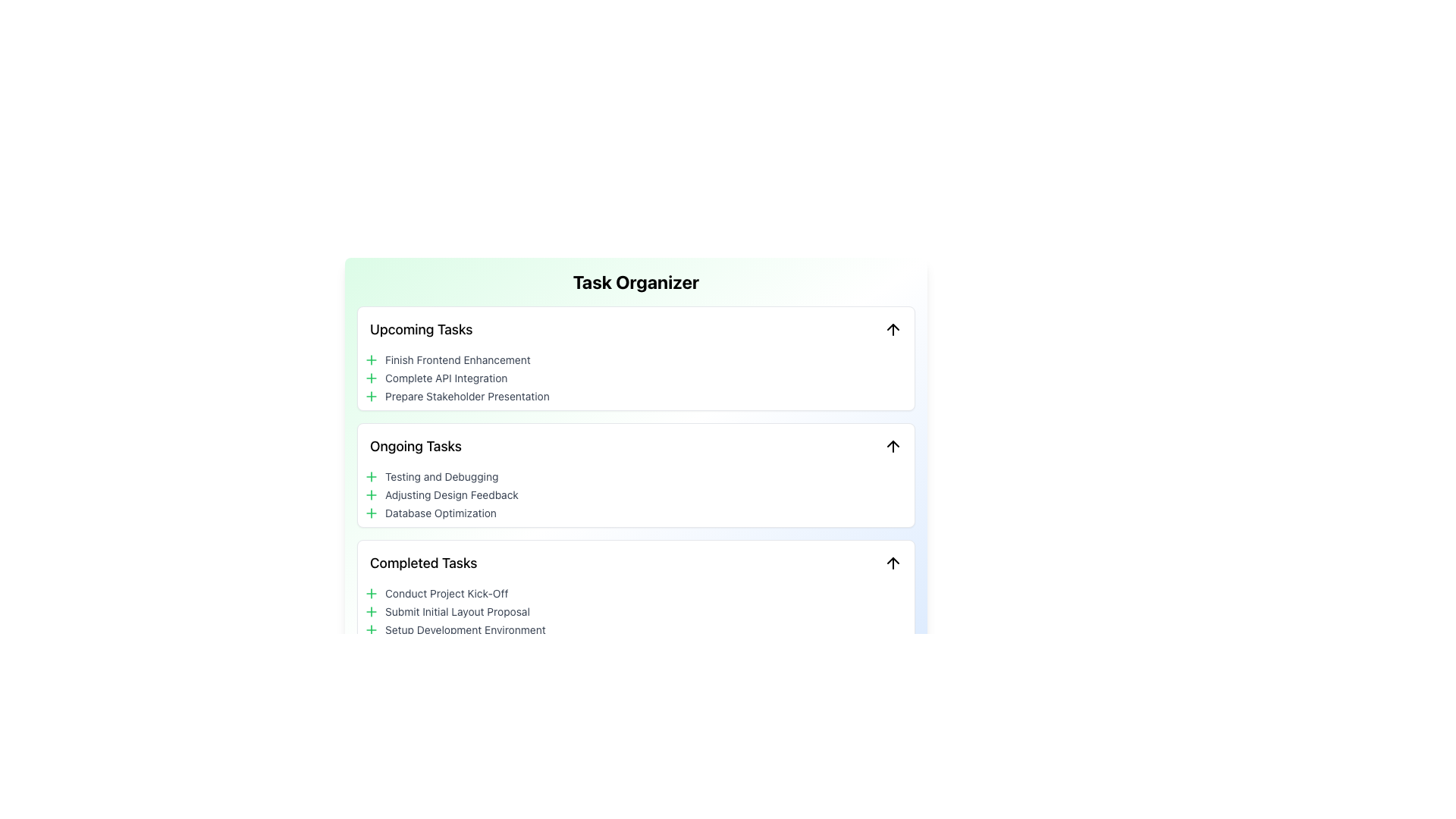  I want to click on the upward-pointing arrow icon located on the far right of the 'Completed Tasks' section, so click(893, 563).